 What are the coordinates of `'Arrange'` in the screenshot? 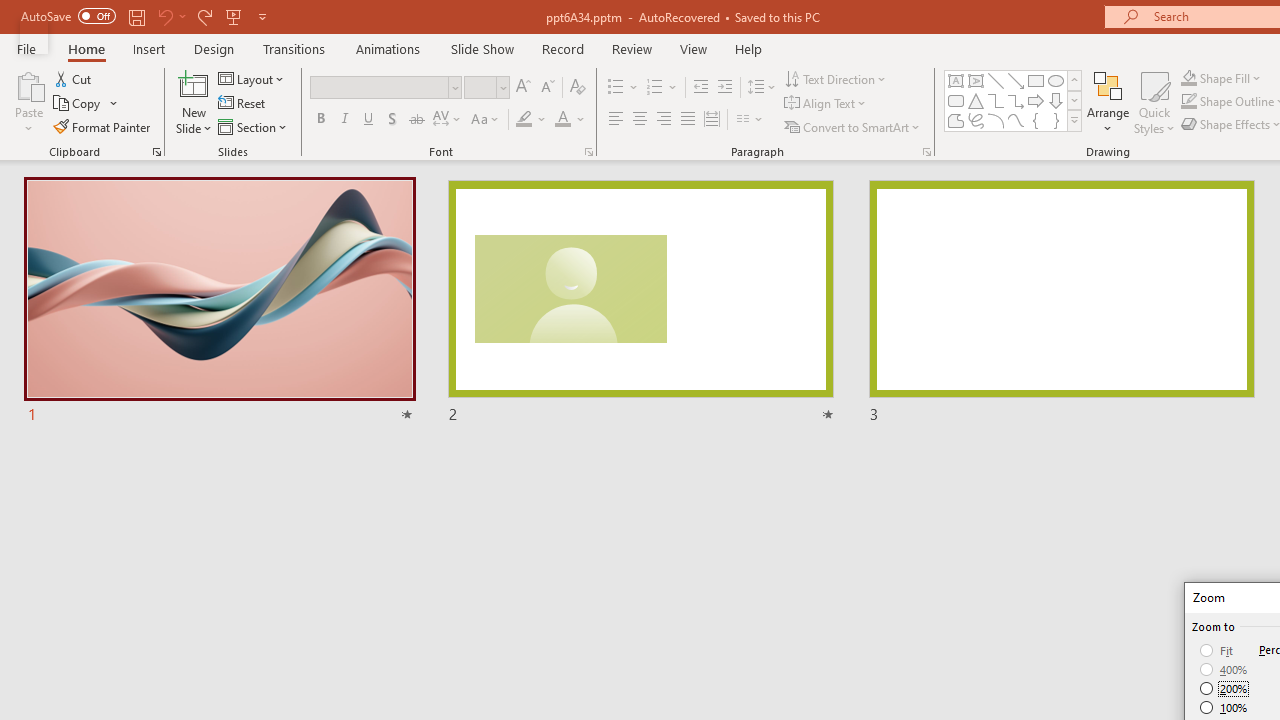 It's located at (1107, 103).